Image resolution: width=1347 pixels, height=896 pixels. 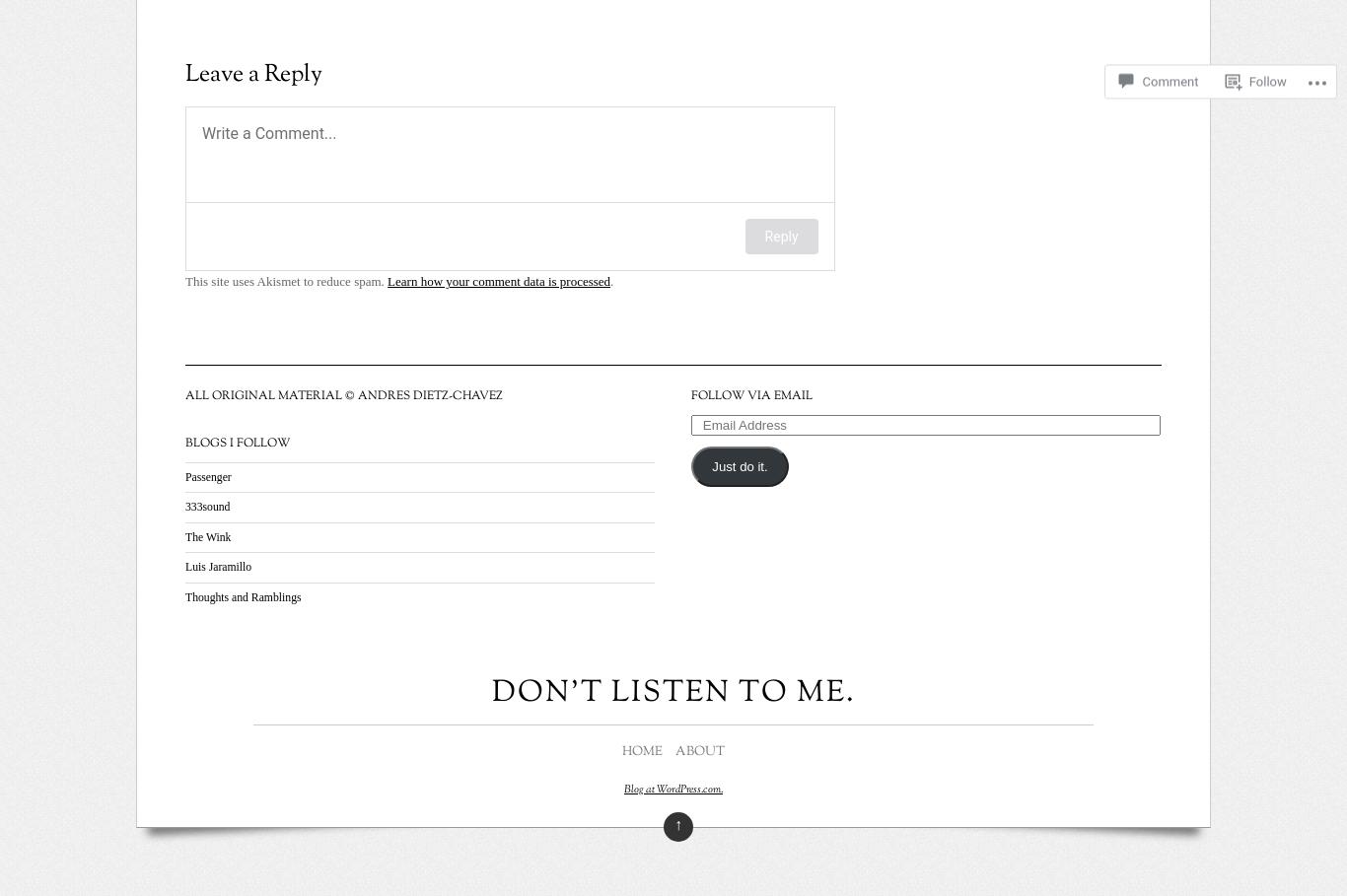 What do you see at coordinates (491, 692) in the screenshot?
I see `'don't listen to me.'` at bounding box center [491, 692].